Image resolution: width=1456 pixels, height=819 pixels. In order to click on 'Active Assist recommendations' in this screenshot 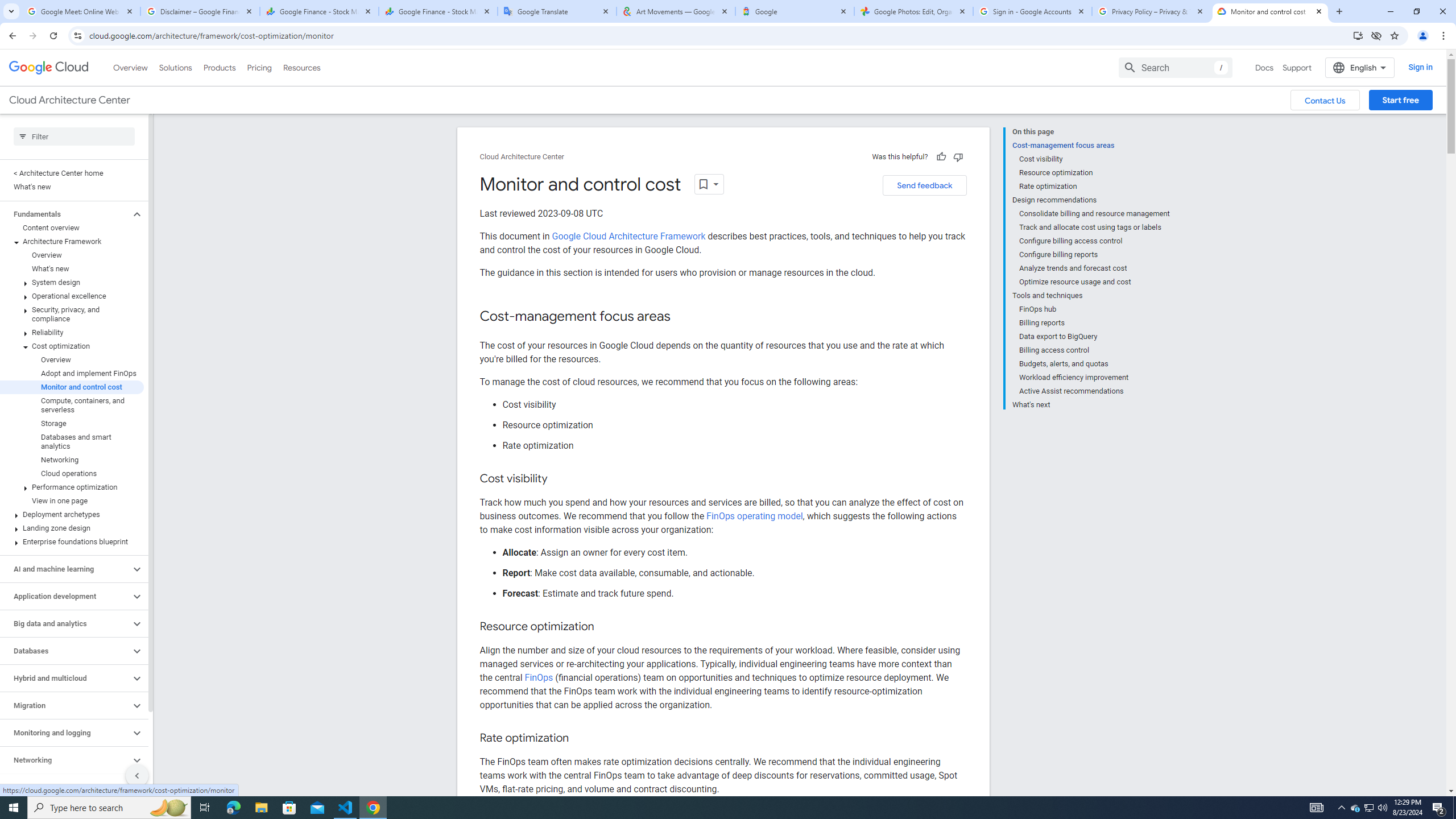, I will do `click(1094, 390)`.